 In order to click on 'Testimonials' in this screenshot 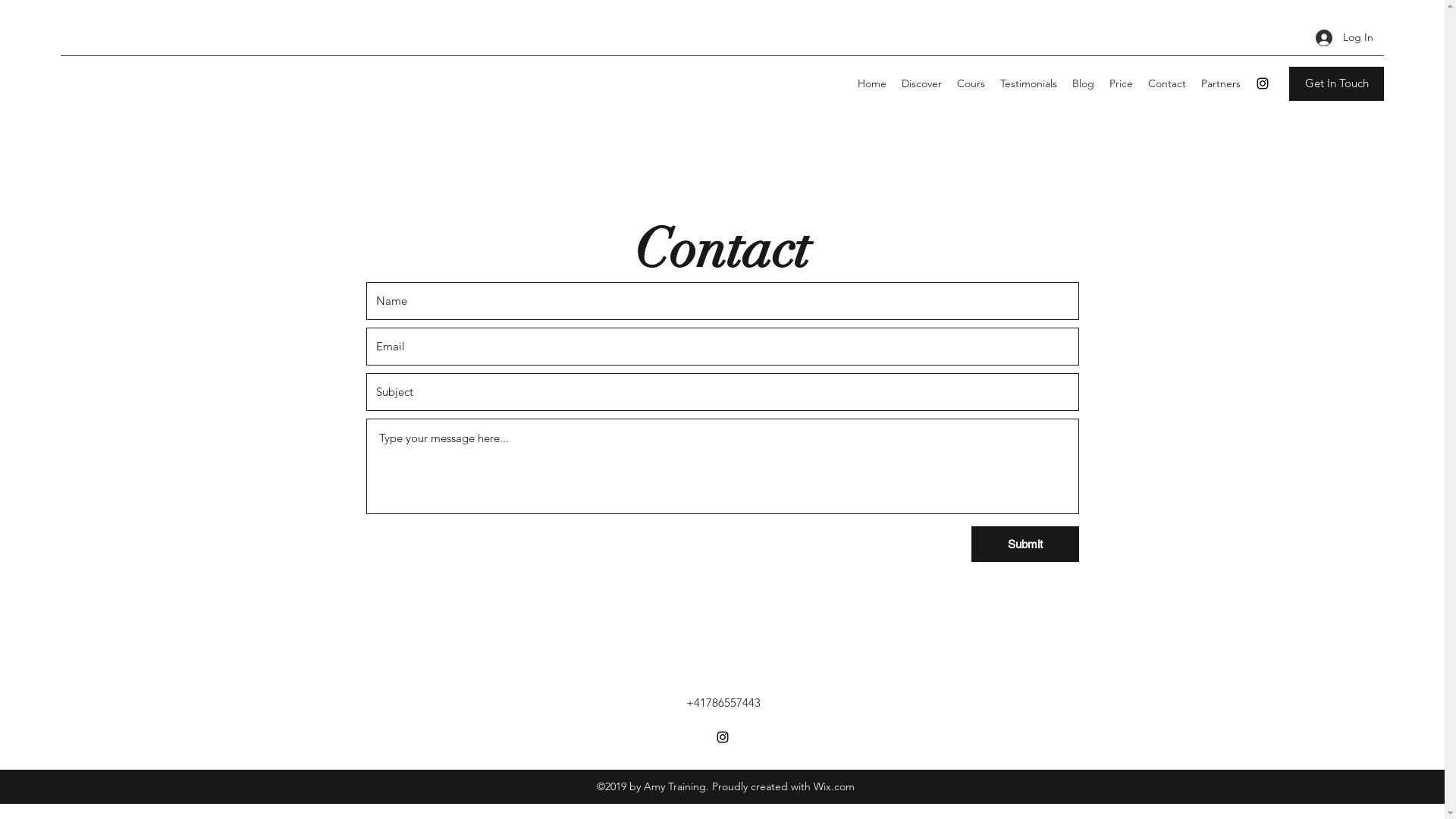, I will do `click(1028, 83)`.